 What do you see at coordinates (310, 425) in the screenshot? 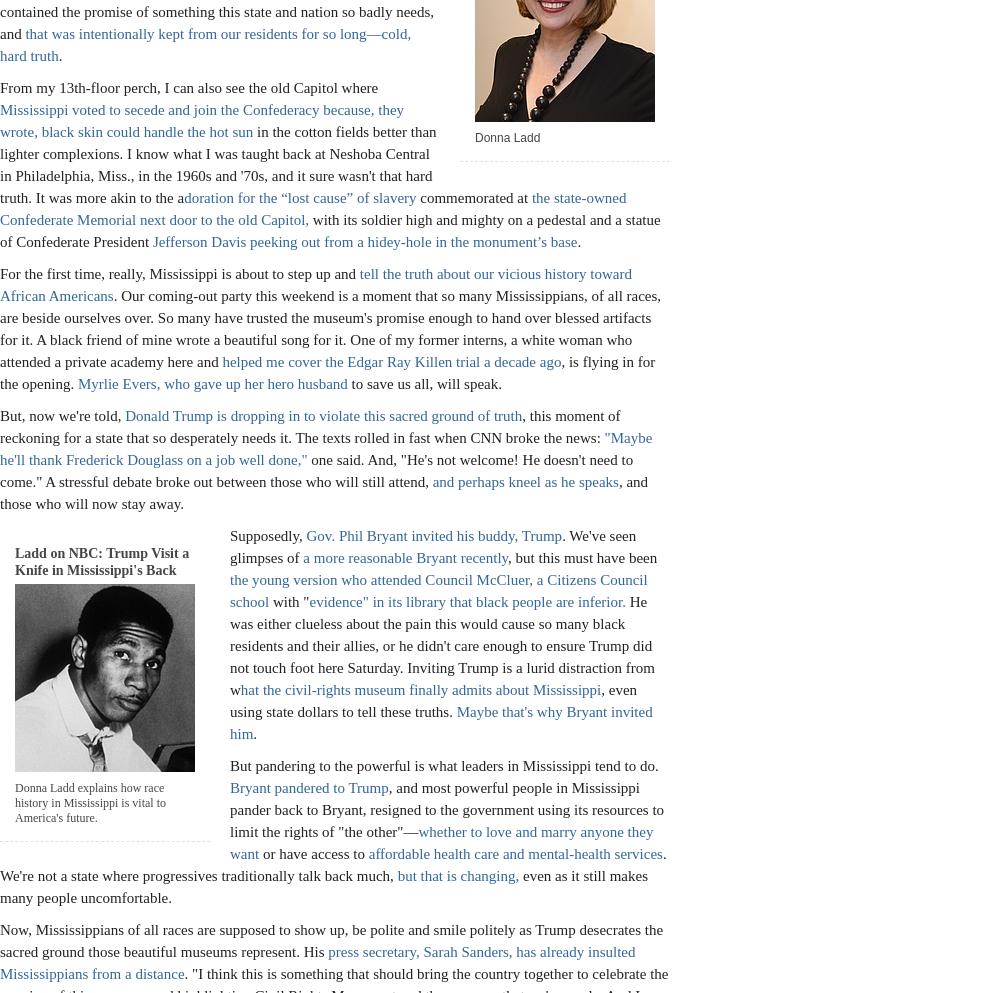
I see `', this moment of reckoning for a state that so desperately needs it. The texts rolled in fast when CNN broke the news:'` at bounding box center [310, 425].